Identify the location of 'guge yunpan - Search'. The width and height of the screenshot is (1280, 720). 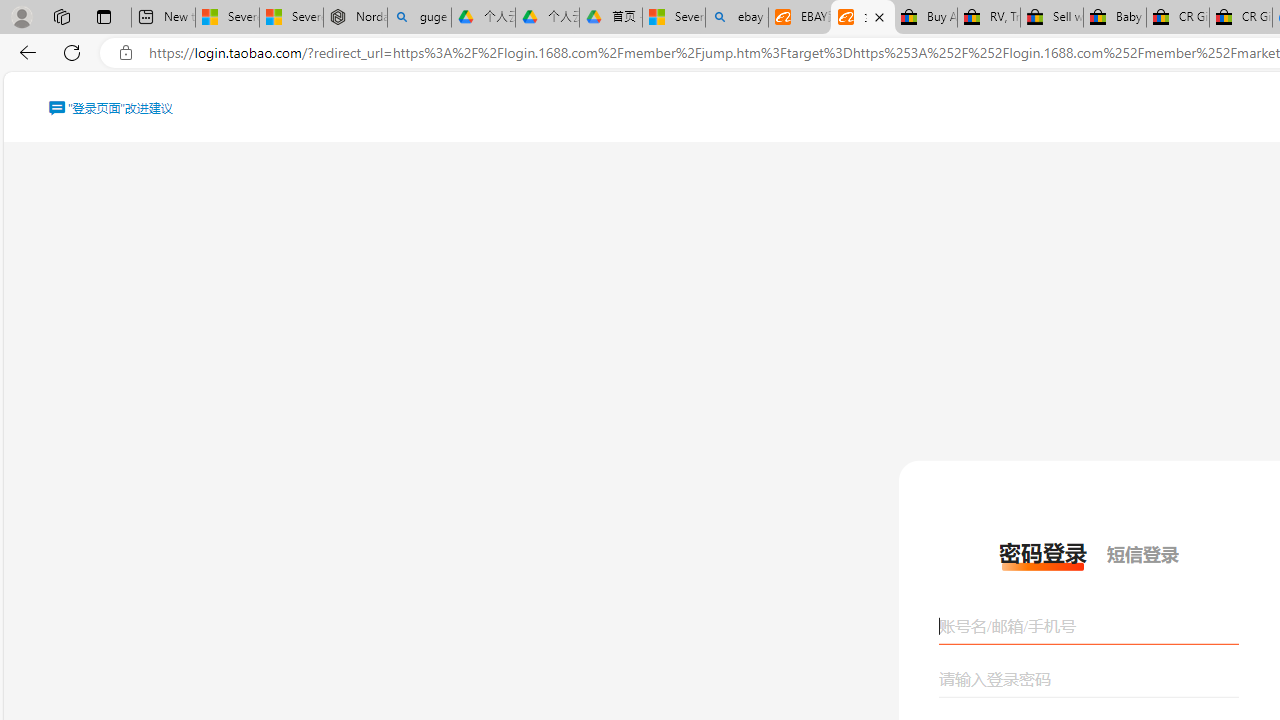
(418, 17).